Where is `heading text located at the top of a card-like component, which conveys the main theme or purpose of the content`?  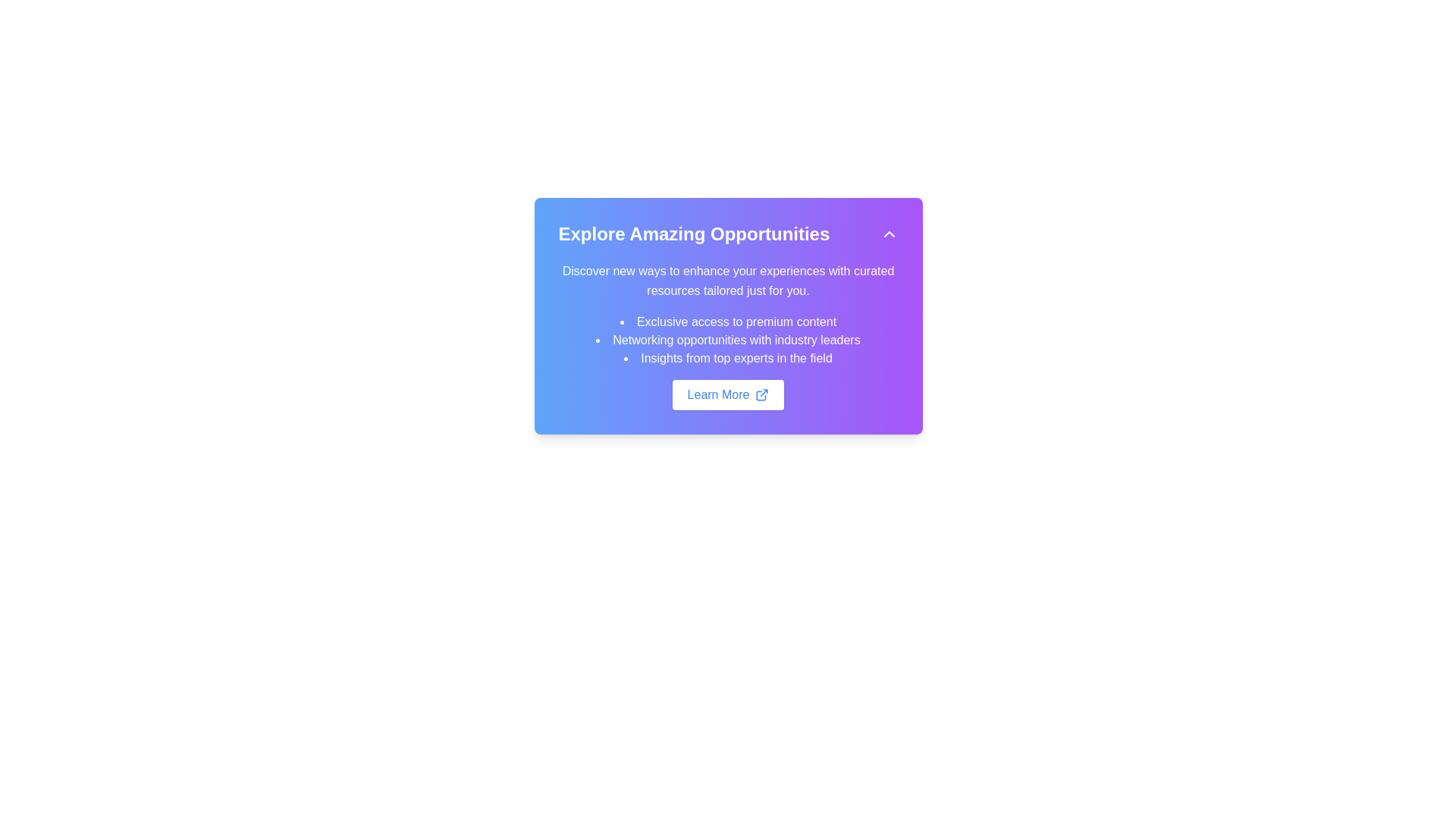
heading text located at the top of a card-like component, which conveys the main theme or purpose of the content is located at coordinates (693, 234).